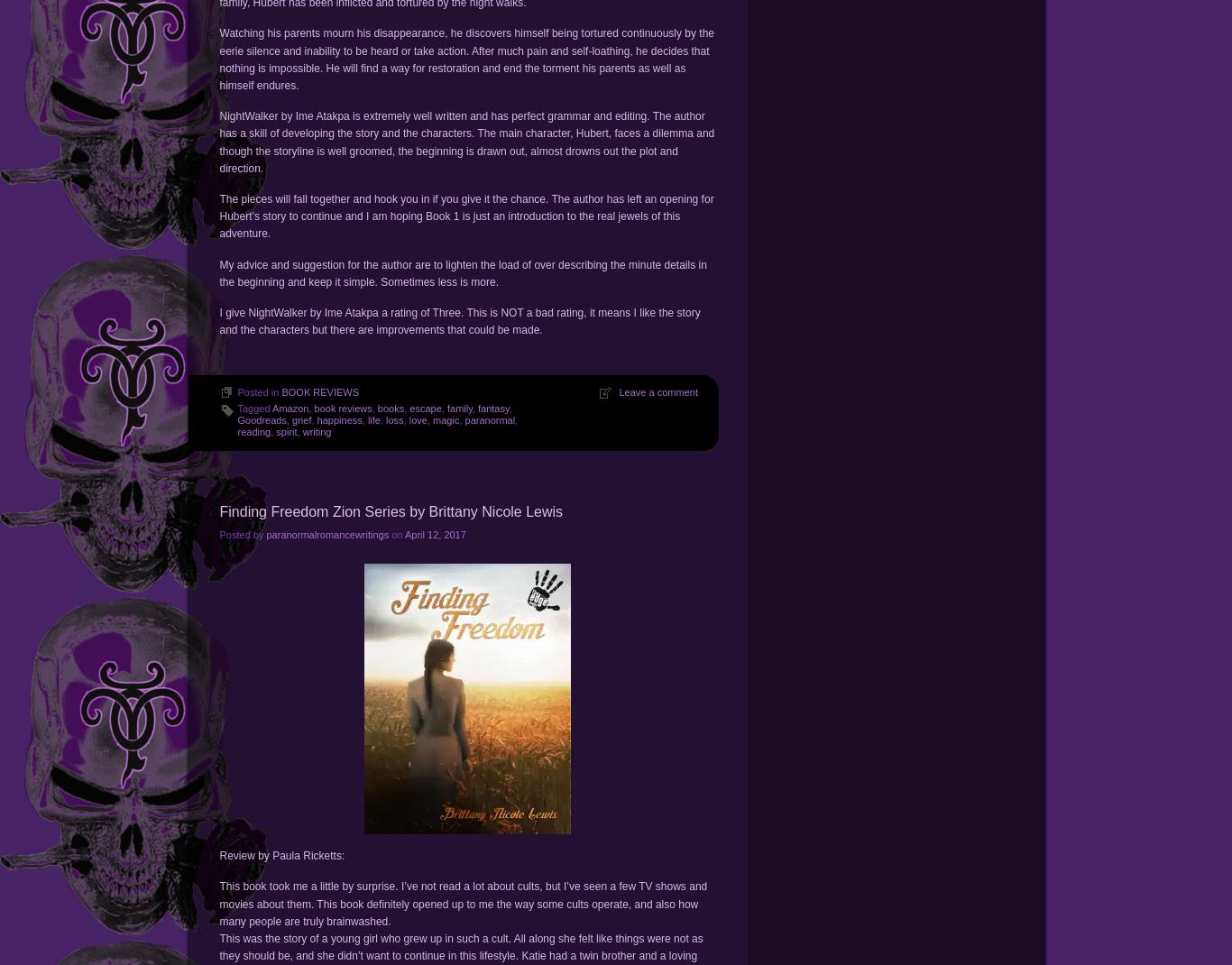  What do you see at coordinates (459, 320) in the screenshot?
I see `'I give NightWalker by Ime Atakpa a rating of Three. This is NOT a bad rating, it means I like the story and the characters but there are improvements that could be made.'` at bounding box center [459, 320].